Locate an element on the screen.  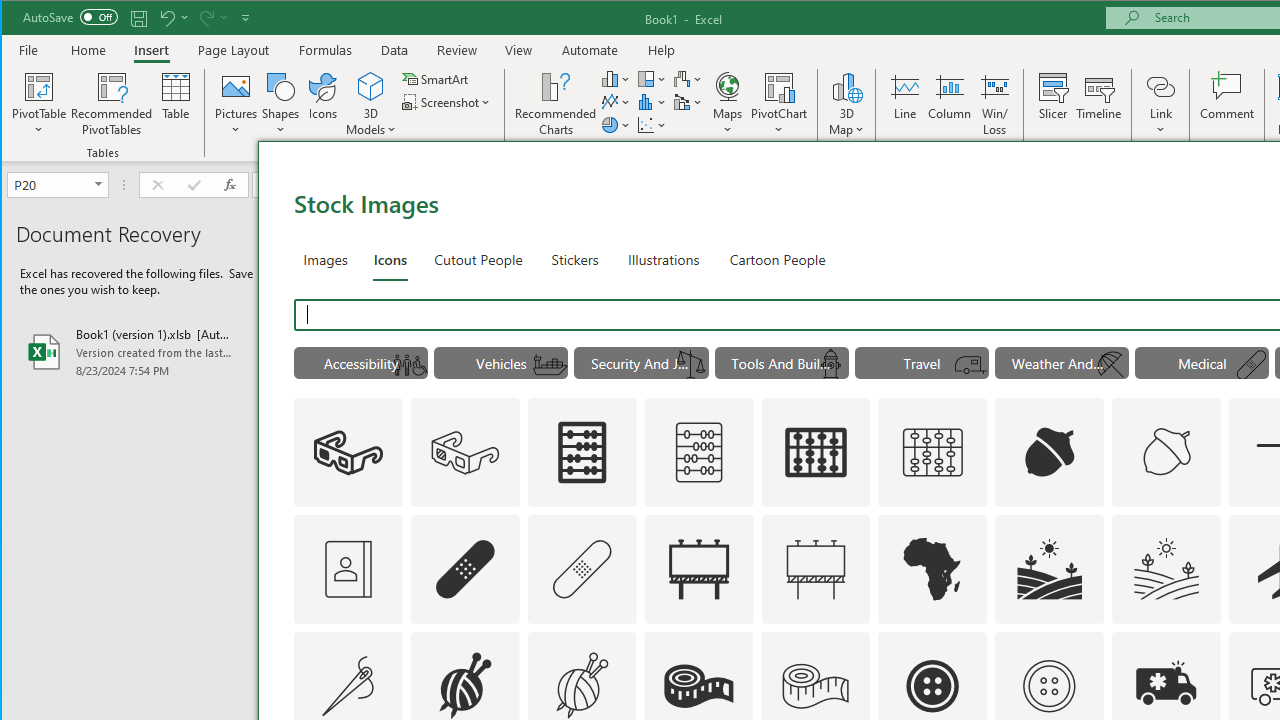
'"Travel" Icons.' is located at coordinates (921, 362).